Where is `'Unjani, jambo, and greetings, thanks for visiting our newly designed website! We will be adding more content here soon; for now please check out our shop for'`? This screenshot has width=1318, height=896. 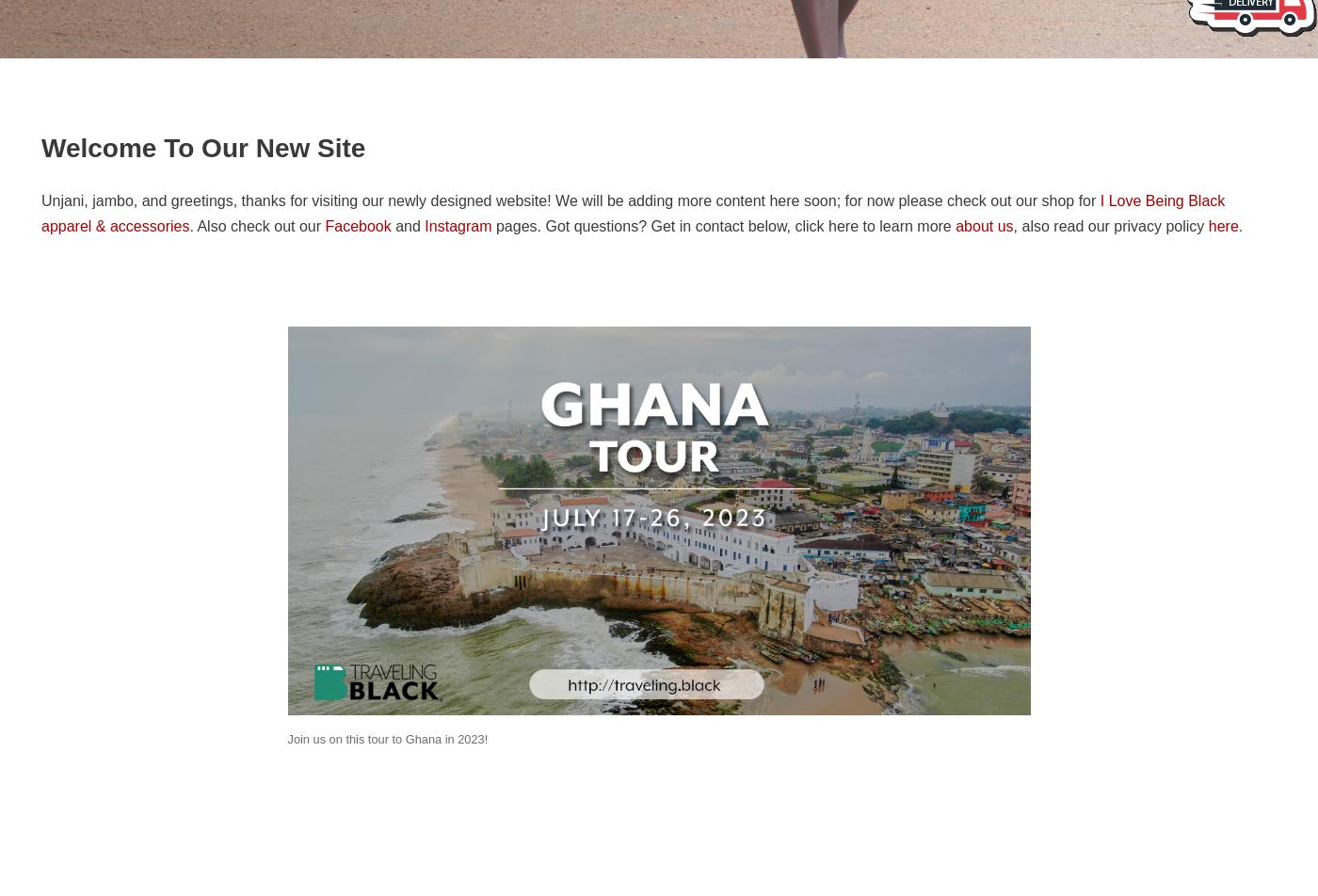 'Unjani, jambo, and greetings, thanks for visiting our newly designed website! We will be adding more content here soon; for now please check out our shop for' is located at coordinates (571, 200).